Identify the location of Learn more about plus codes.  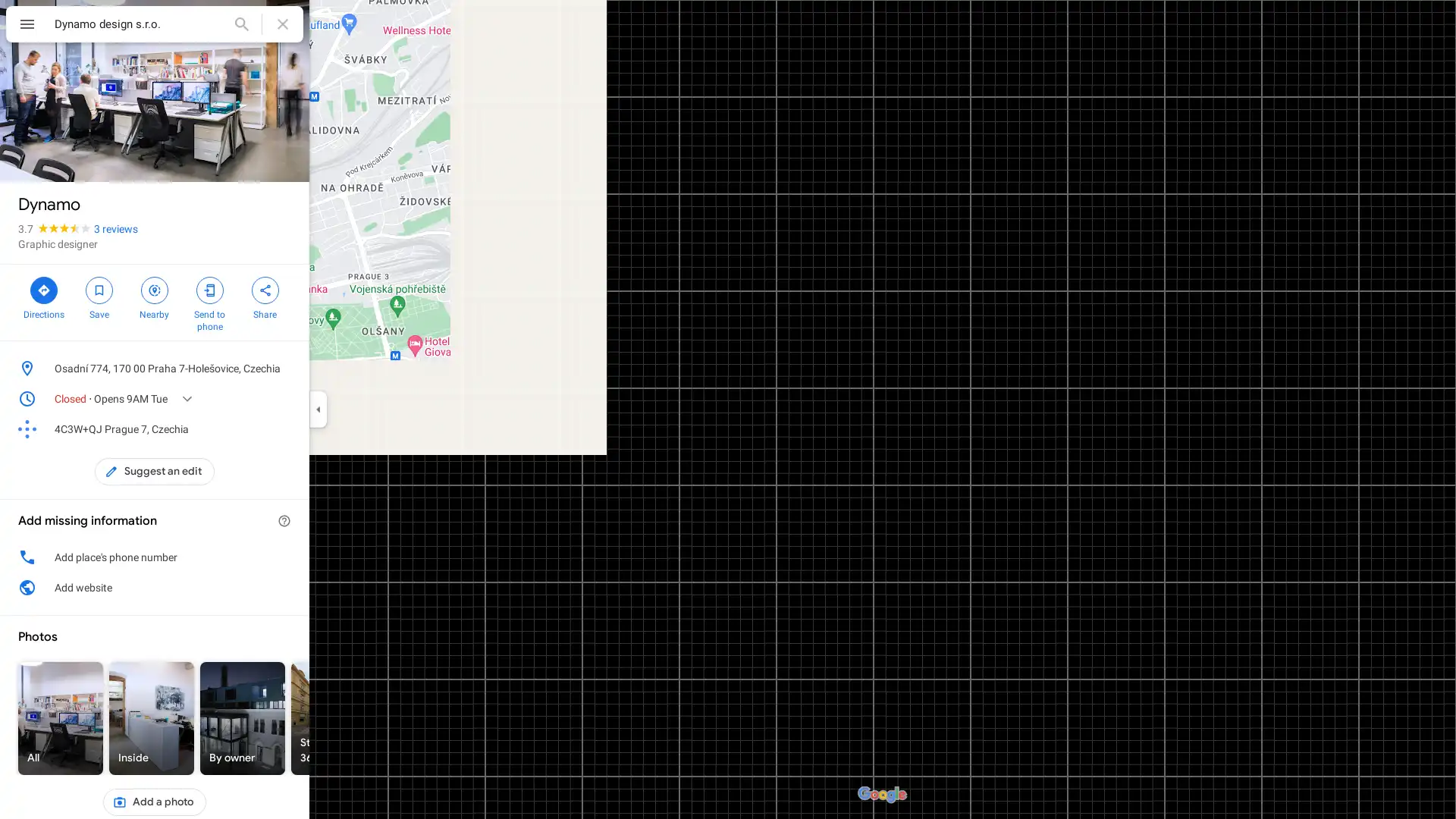
(284, 429).